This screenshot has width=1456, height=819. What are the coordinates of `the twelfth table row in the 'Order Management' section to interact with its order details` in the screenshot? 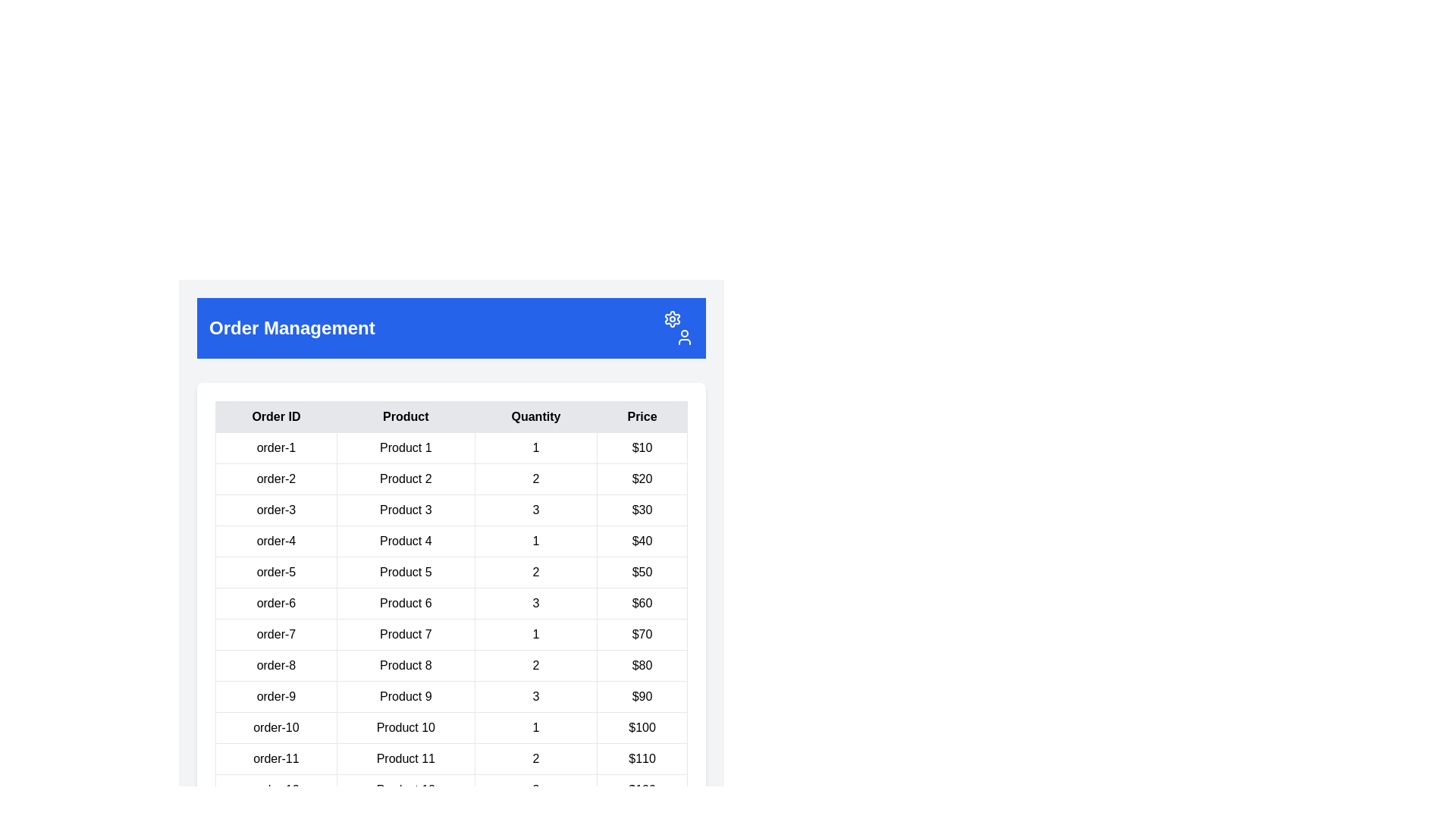 It's located at (450, 789).